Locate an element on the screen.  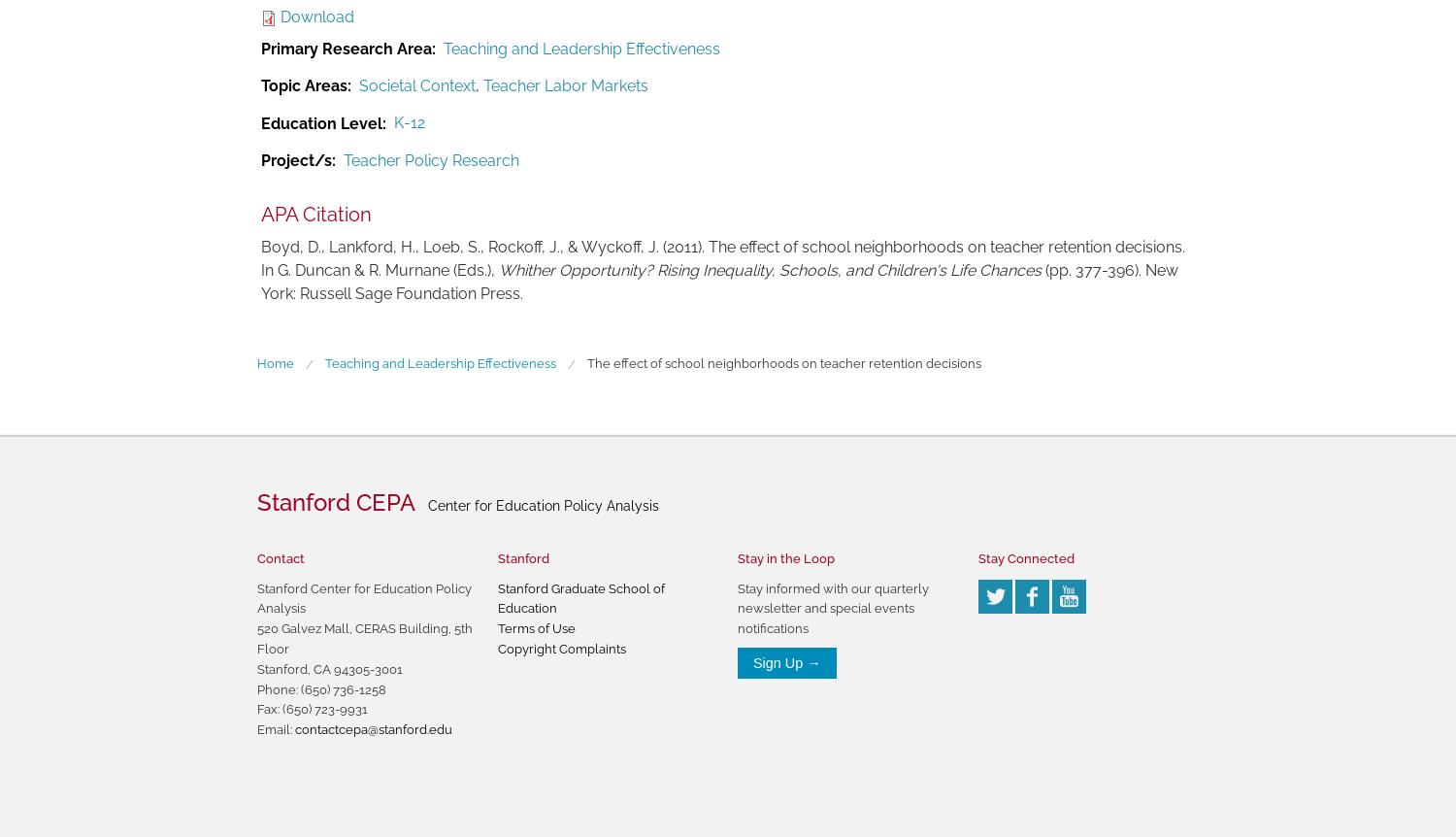
'Stanford, CA 94305-3001' is located at coordinates (329, 667).